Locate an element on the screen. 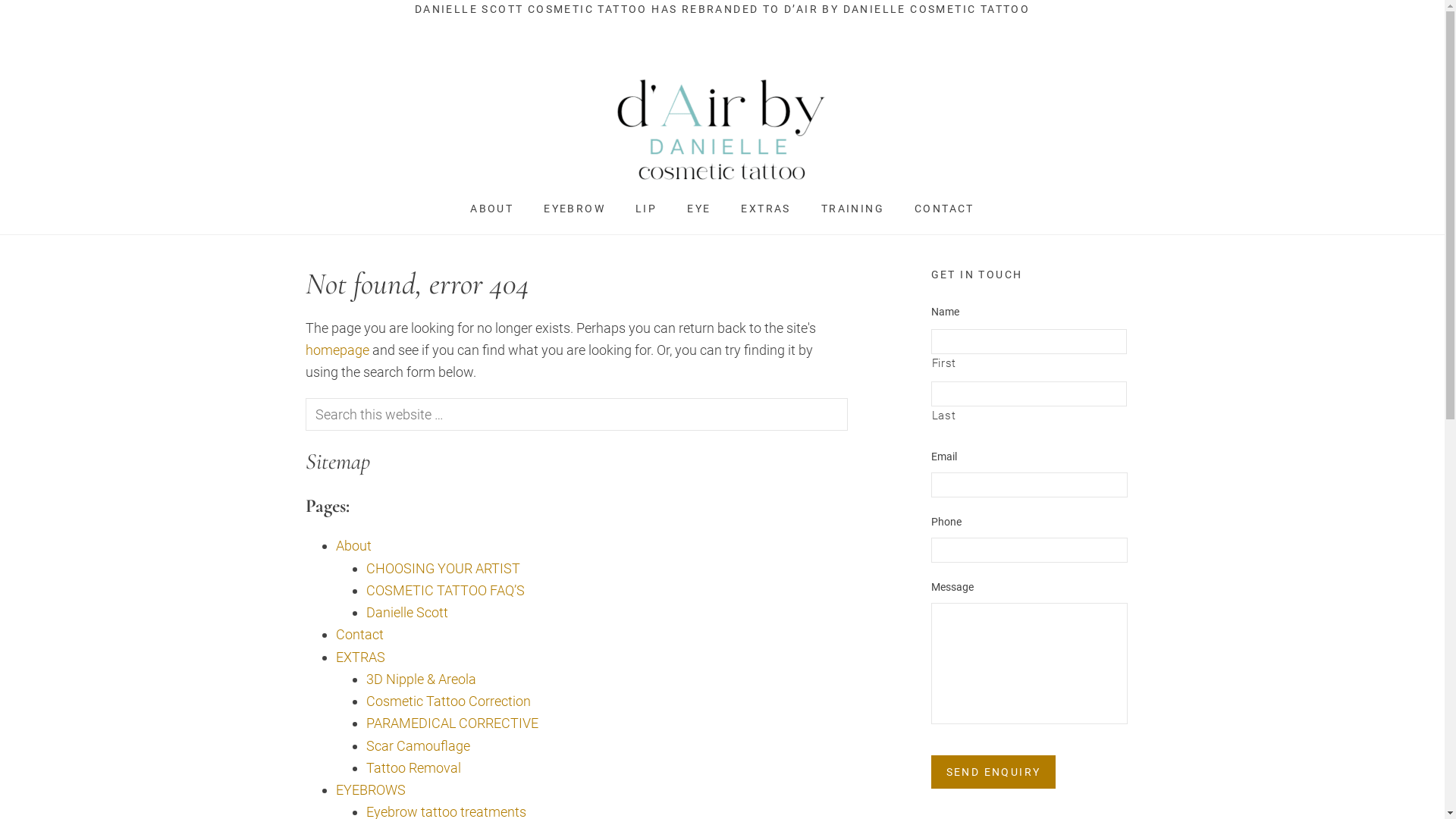 Image resolution: width=1456 pixels, height=819 pixels. 'EYE' is located at coordinates (698, 209).